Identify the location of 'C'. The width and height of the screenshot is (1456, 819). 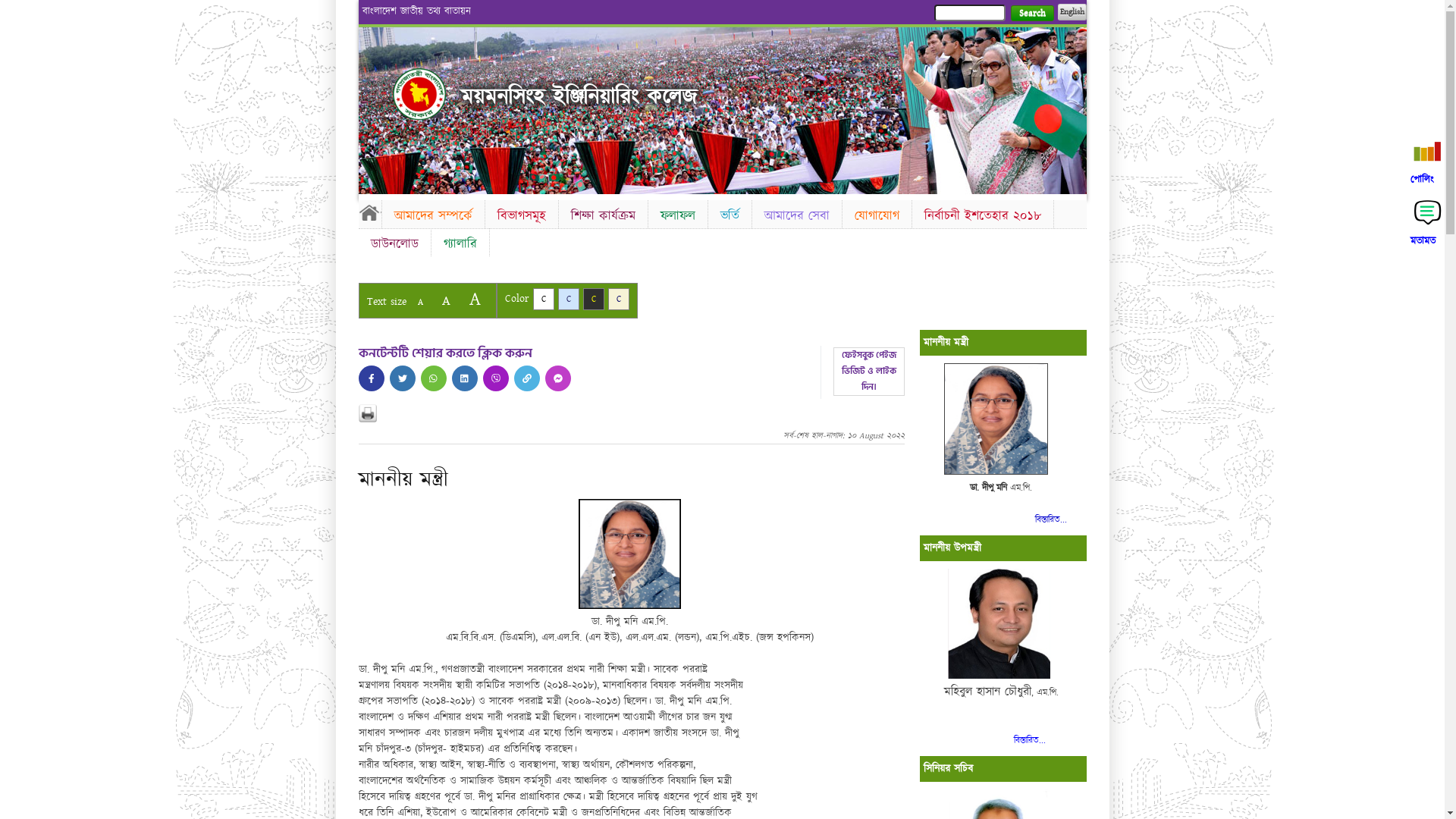
(542, 299).